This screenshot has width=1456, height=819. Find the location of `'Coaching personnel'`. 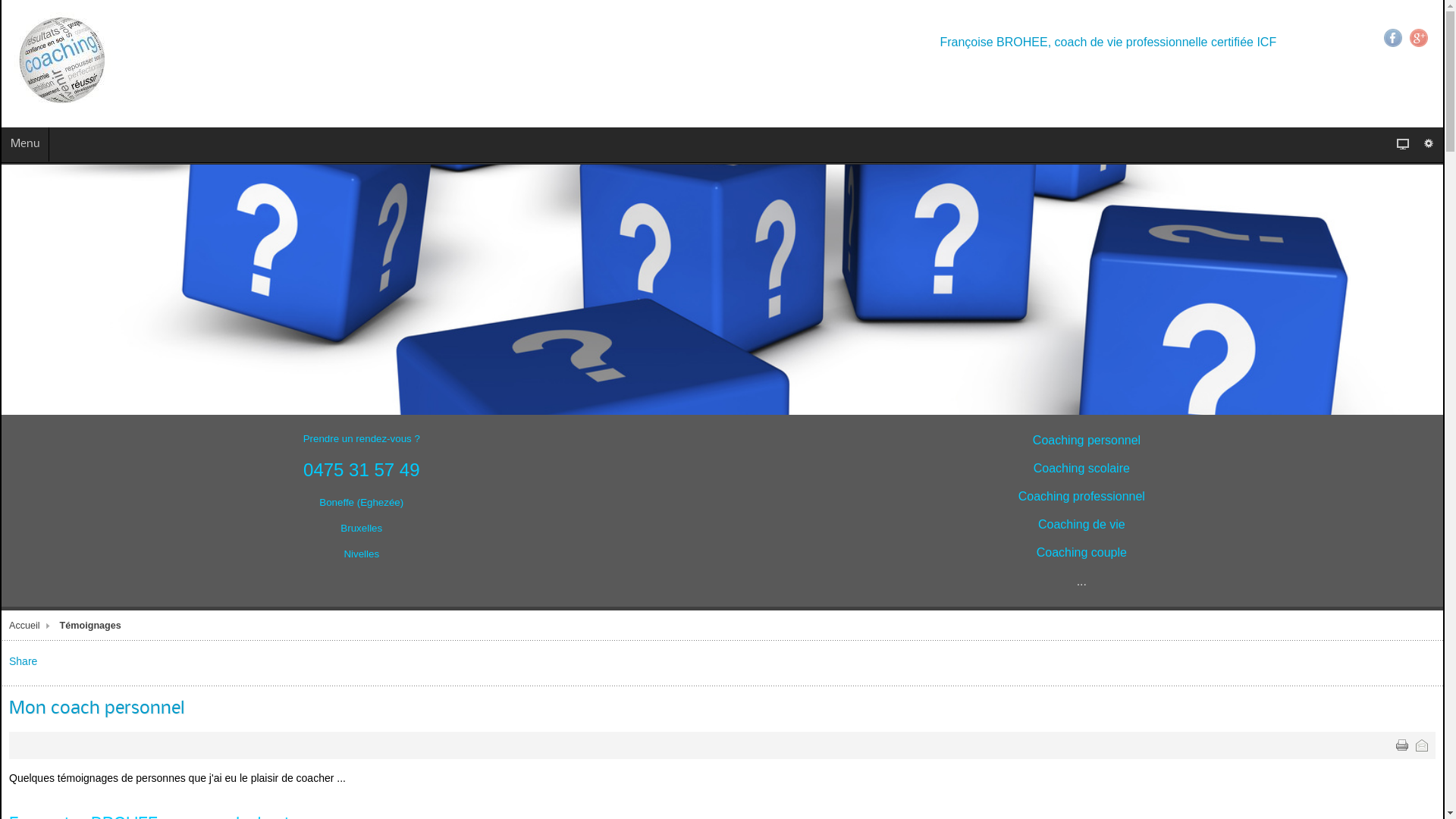

'Coaching personnel' is located at coordinates (1086, 441).